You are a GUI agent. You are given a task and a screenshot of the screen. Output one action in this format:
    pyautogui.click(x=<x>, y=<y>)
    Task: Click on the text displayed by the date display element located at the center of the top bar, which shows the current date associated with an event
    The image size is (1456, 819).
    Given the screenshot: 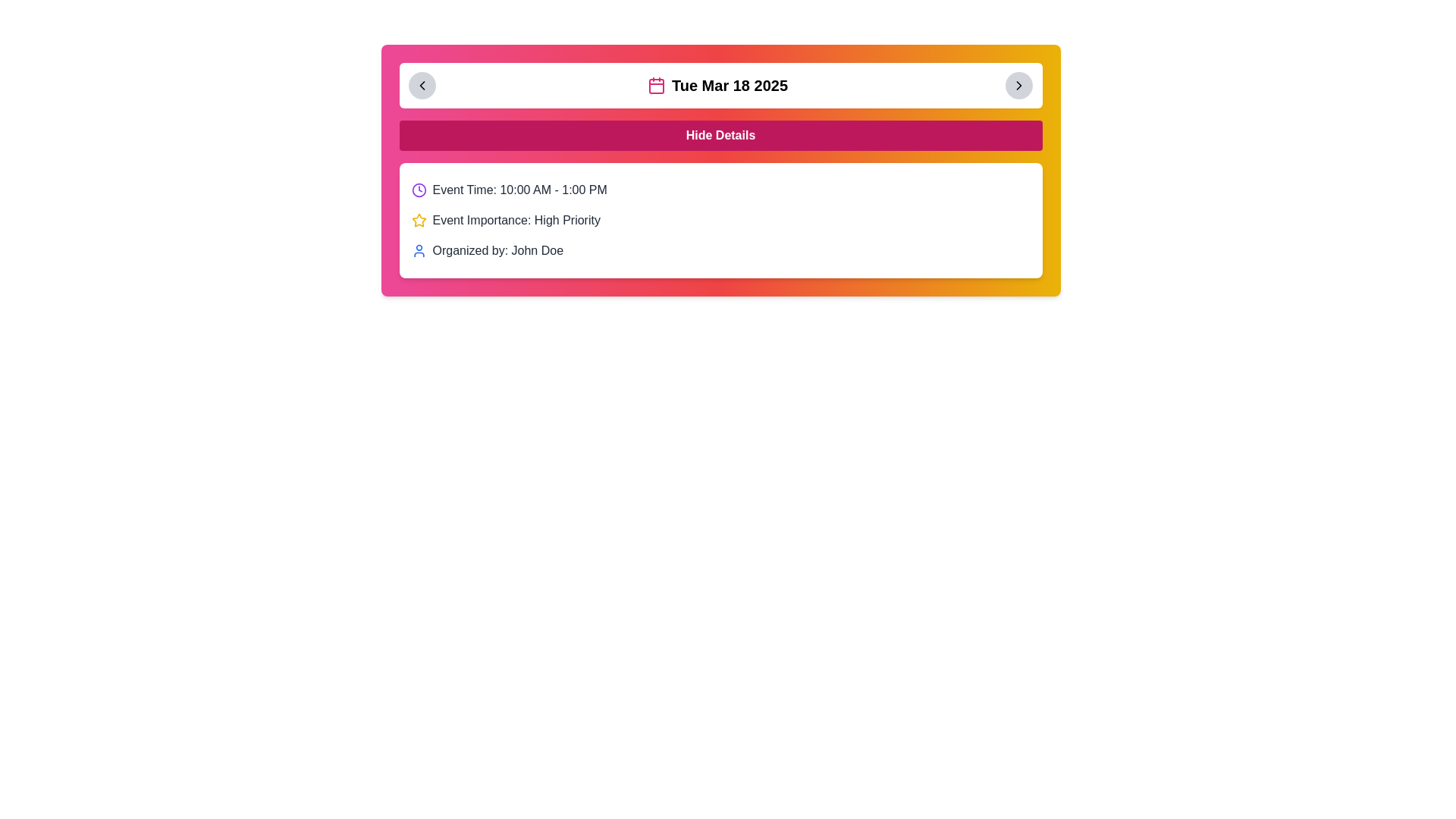 What is the action you would take?
    pyautogui.click(x=720, y=85)
    